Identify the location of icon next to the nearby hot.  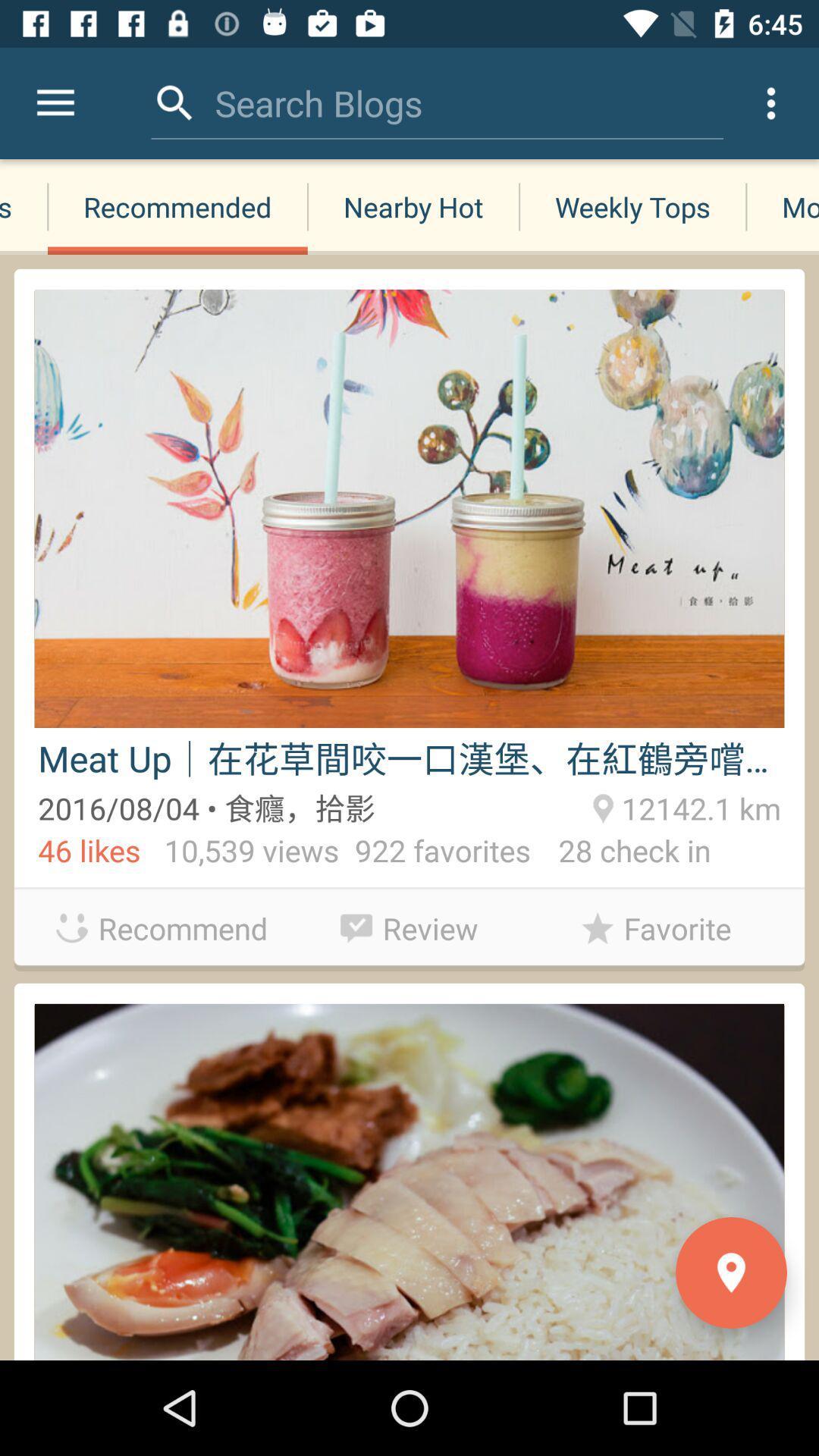
(177, 206).